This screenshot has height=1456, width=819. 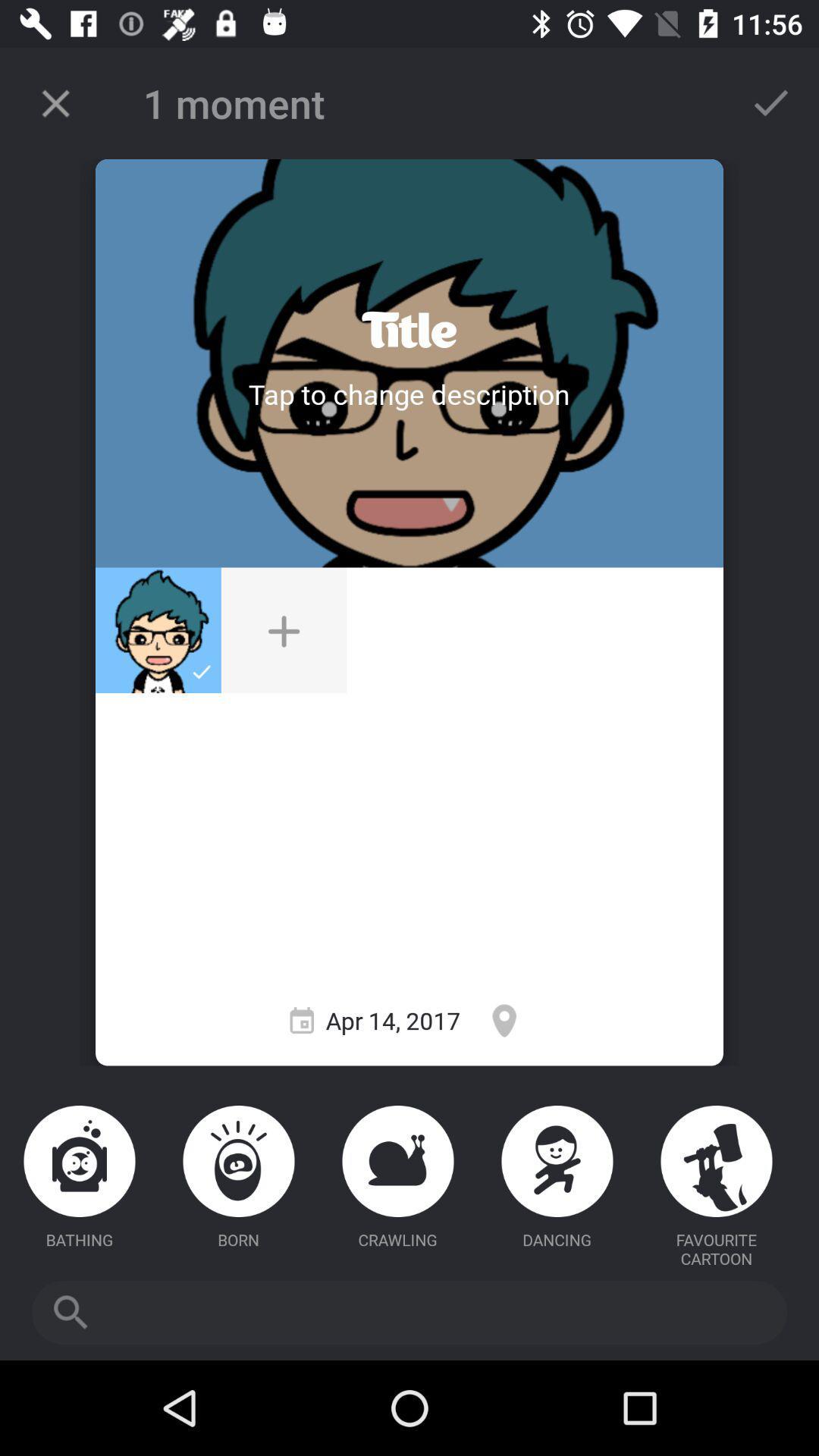 What do you see at coordinates (284, 630) in the screenshot?
I see `image` at bounding box center [284, 630].